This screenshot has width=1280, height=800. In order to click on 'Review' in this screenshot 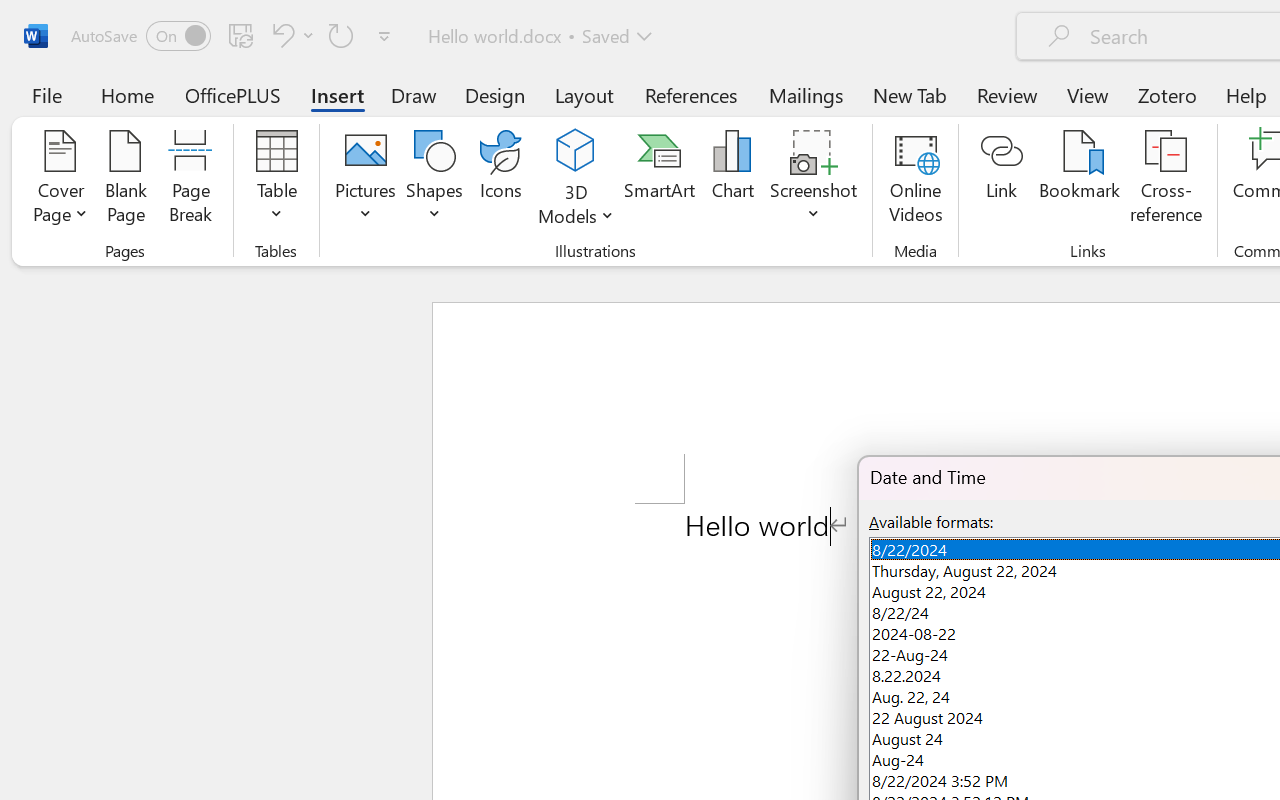, I will do `click(1007, 94)`.